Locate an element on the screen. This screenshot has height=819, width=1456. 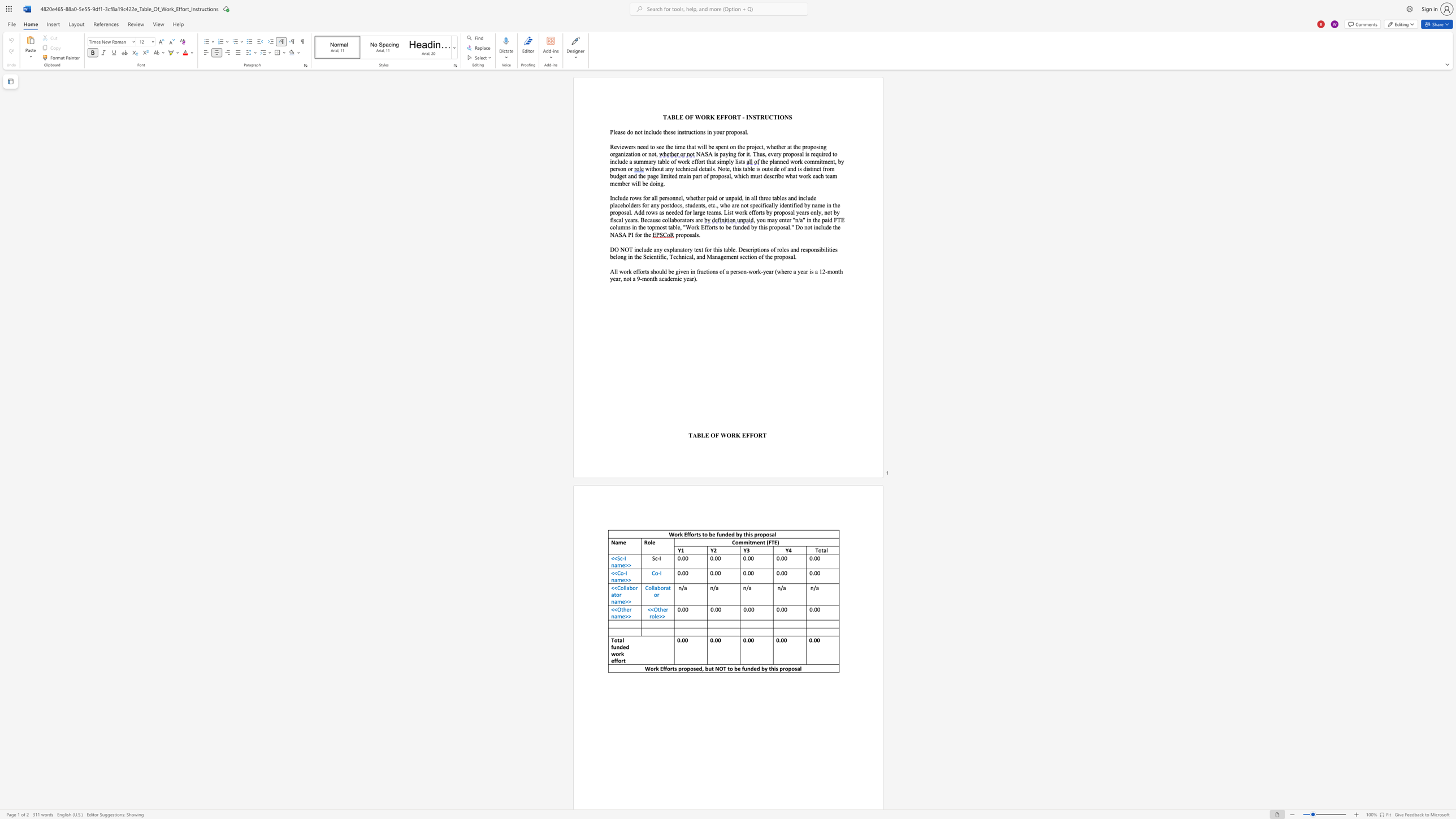
the subset text "-month academic ye" within the text "All work efforts should be given in fractions of a person-work-year (where a year is a 12-month year, not a 9-month academic year)." is located at coordinates (640, 279).